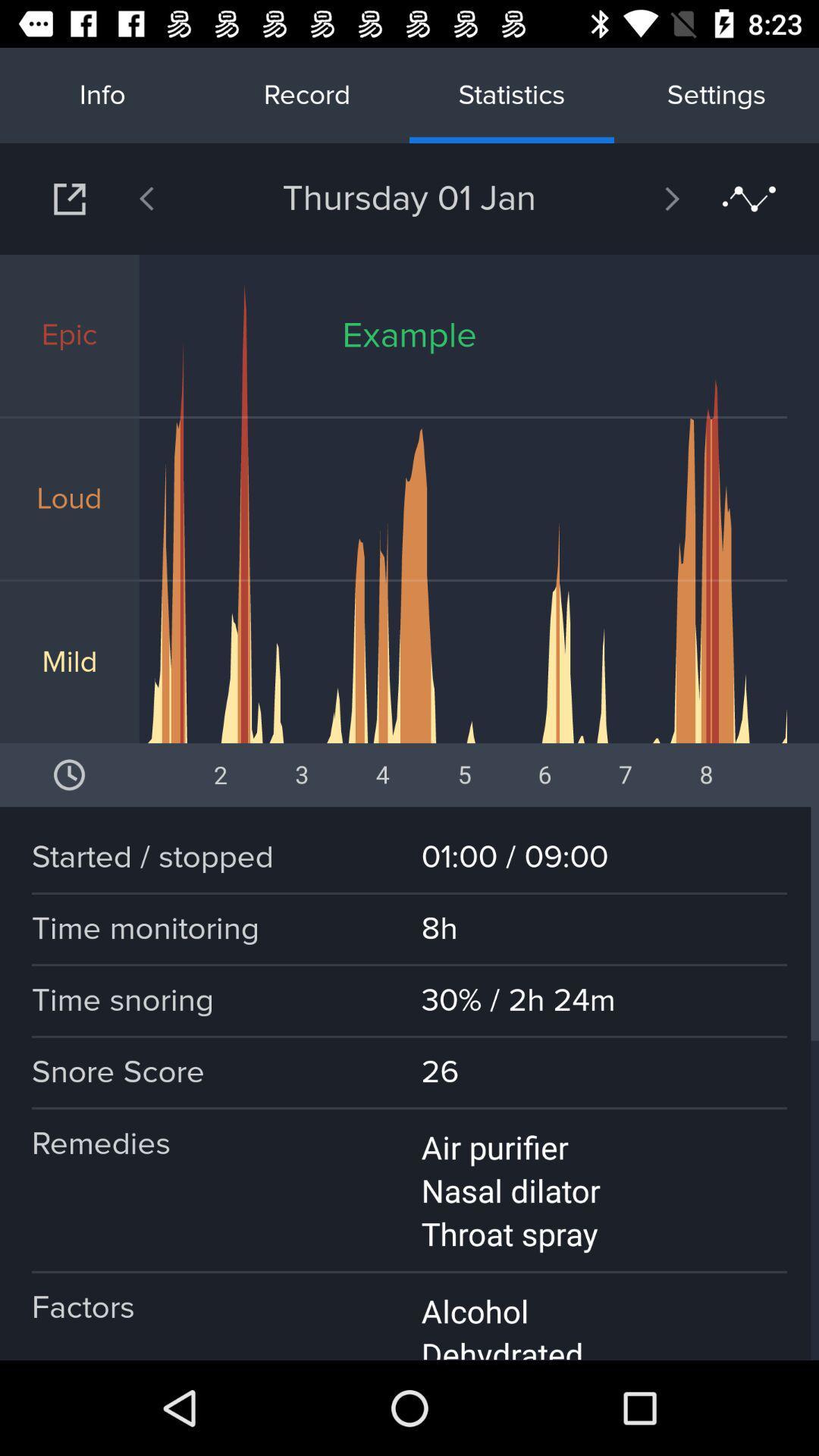 The width and height of the screenshot is (819, 1456). What do you see at coordinates (185, 198) in the screenshot?
I see `the item below info icon` at bounding box center [185, 198].